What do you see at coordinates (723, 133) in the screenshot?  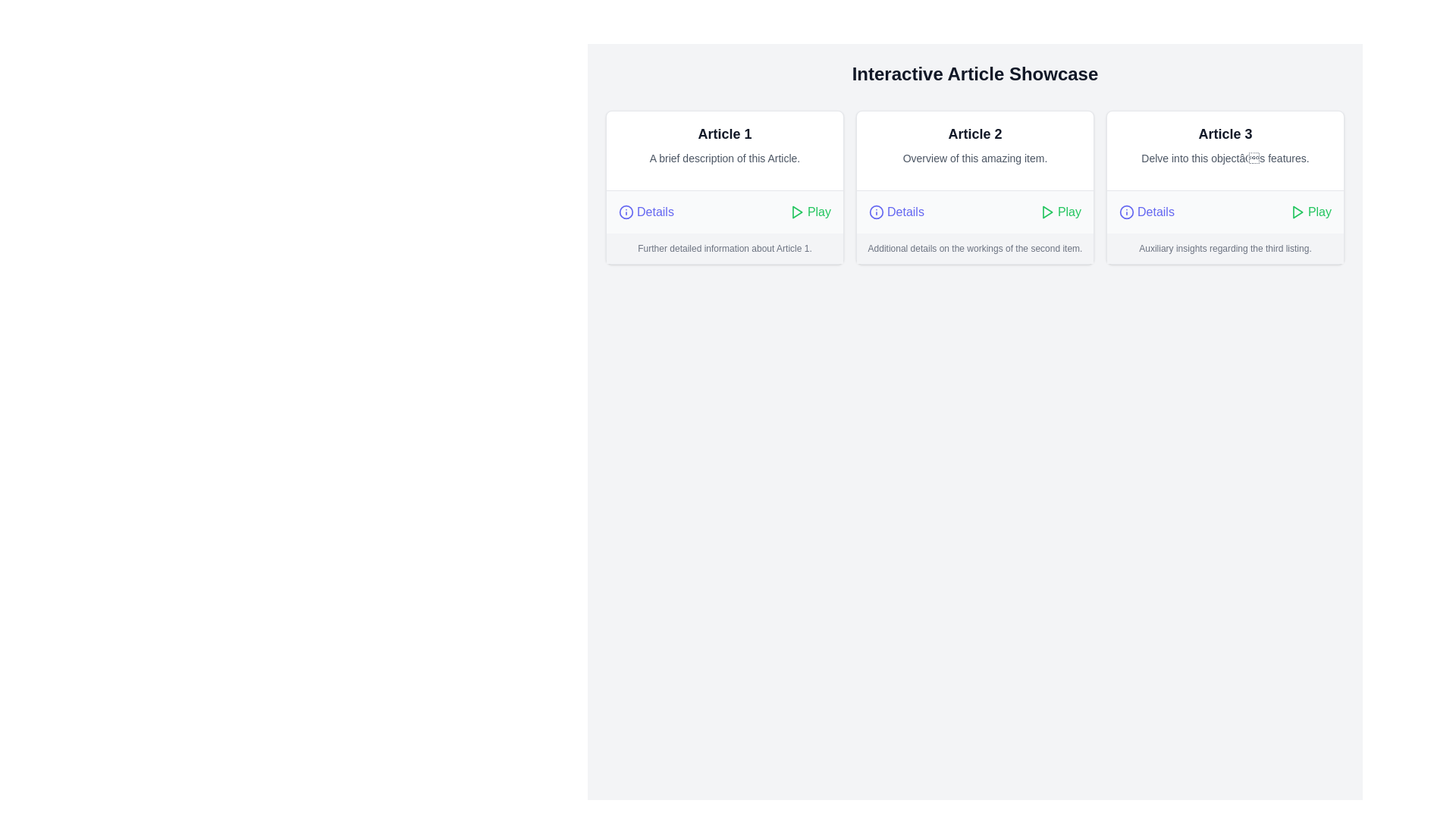 I see `headline text element styled with bold and large font that reads 'Article 1', located at the top of the first card in a grid of three cards` at bounding box center [723, 133].